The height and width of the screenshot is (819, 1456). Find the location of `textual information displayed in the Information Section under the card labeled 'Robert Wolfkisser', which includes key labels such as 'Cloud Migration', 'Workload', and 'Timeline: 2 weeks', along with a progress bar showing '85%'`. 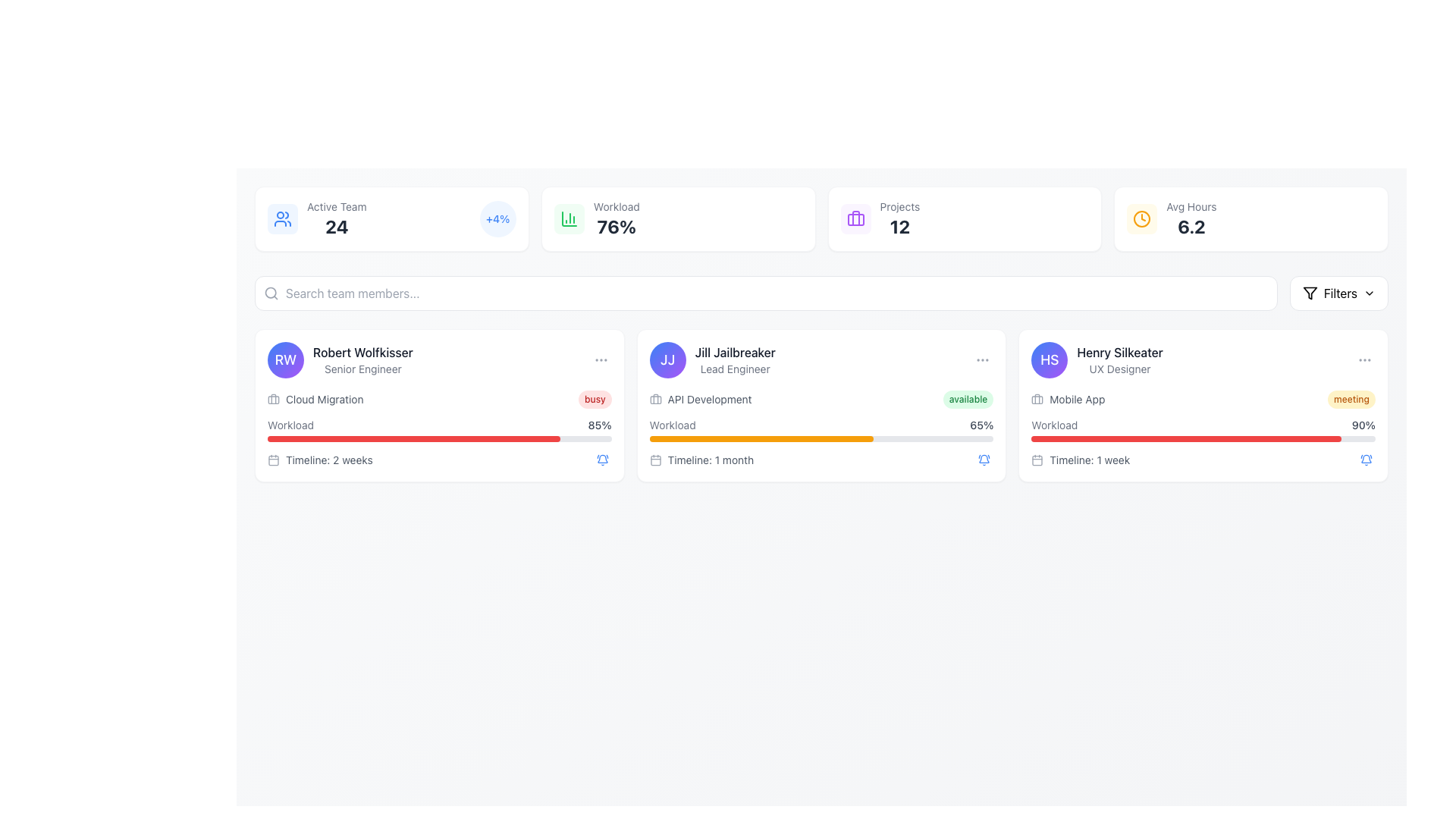

textual information displayed in the Information Section under the card labeled 'Robert Wolfkisser', which includes key labels such as 'Cloud Migration', 'Workload', and 'Timeline: 2 weeks', along with a progress bar showing '85%' is located at coordinates (438, 430).